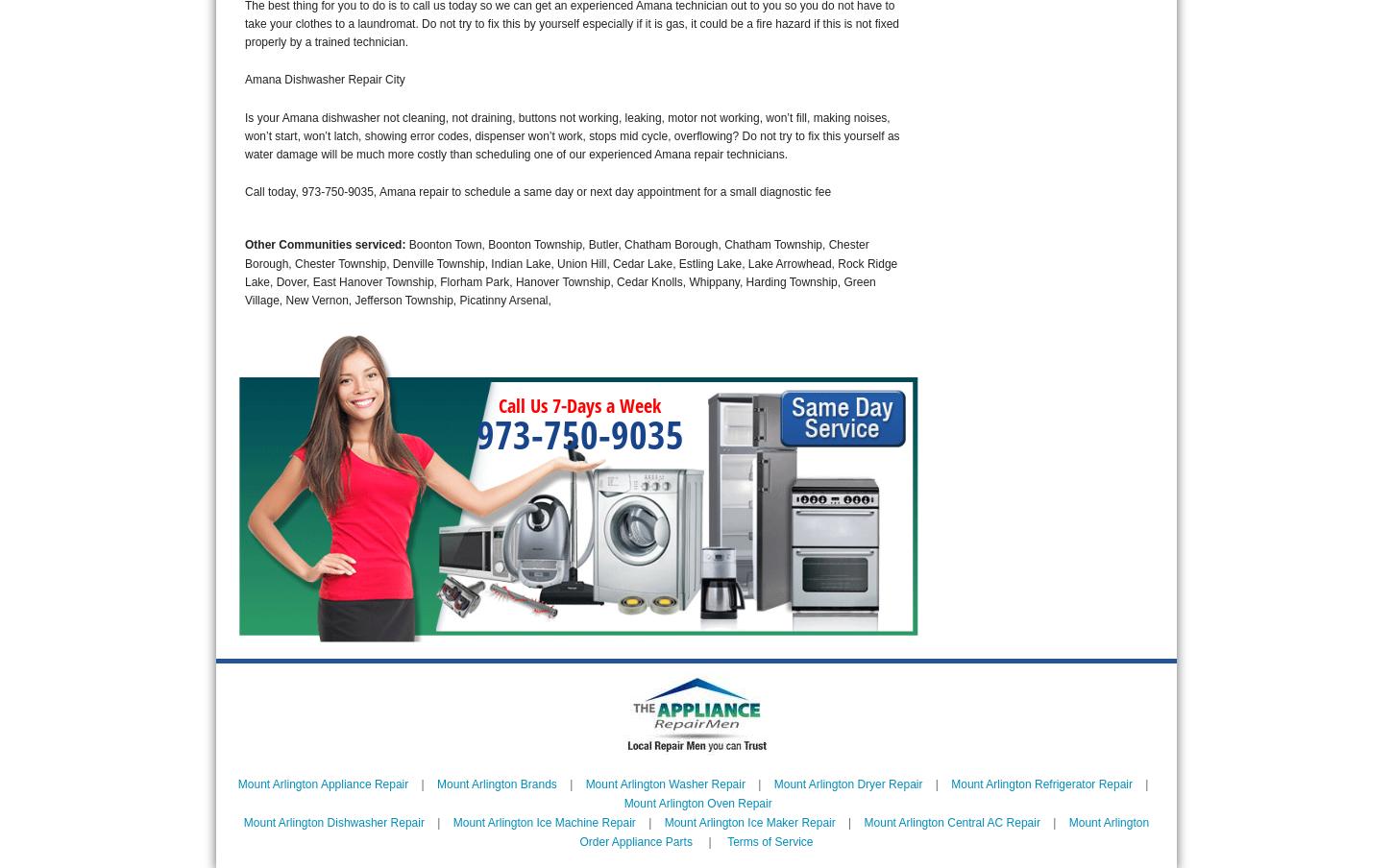  Describe the element at coordinates (579, 832) in the screenshot. I see `'Mount Arlington Order Appliance Parts'` at that location.